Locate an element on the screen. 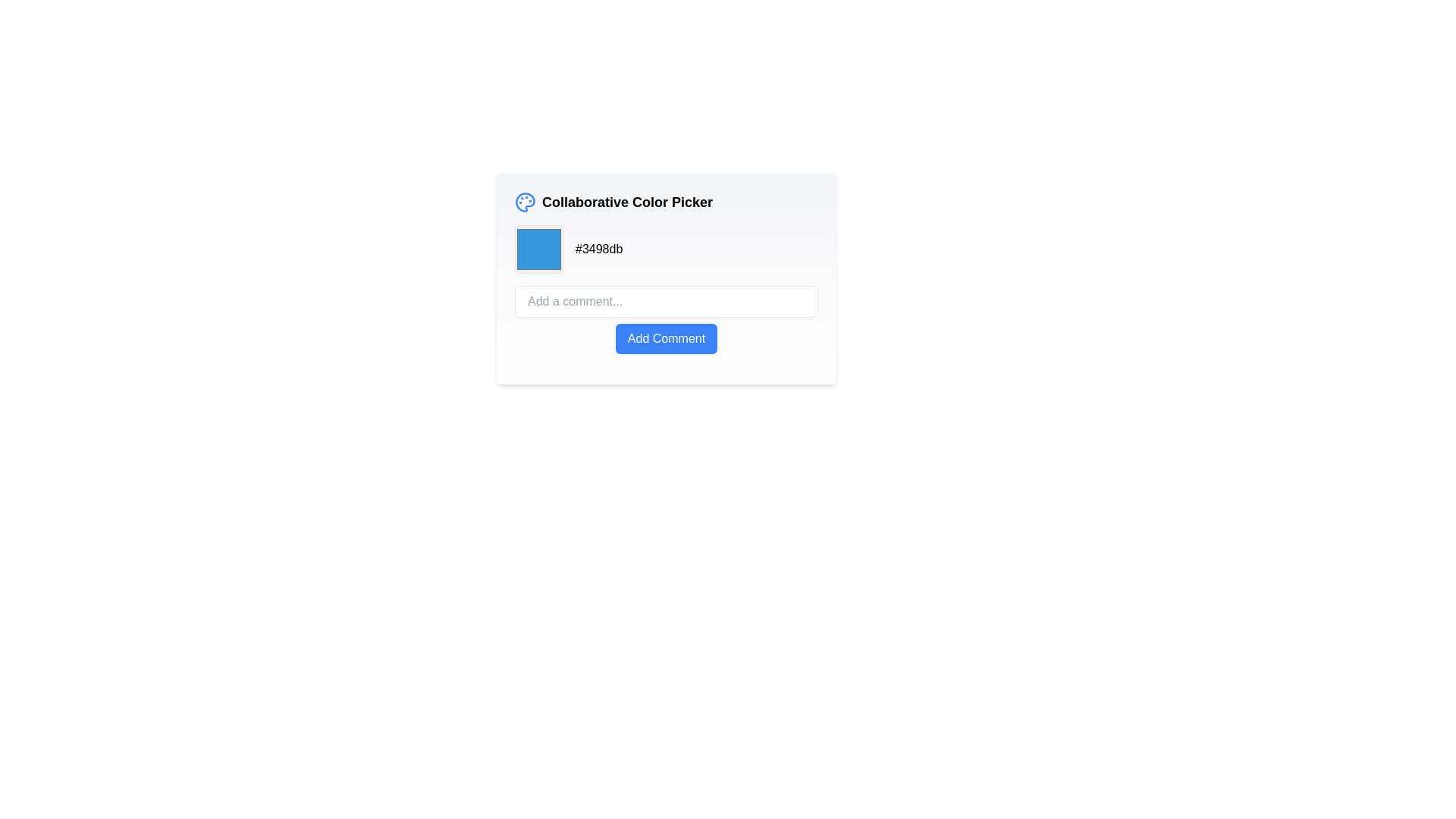 The height and width of the screenshot is (819, 1456). the central segment of the doodle-style palette shape in the SVG graphic located towards the top-left corner of the interface is located at coordinates (525, 201).